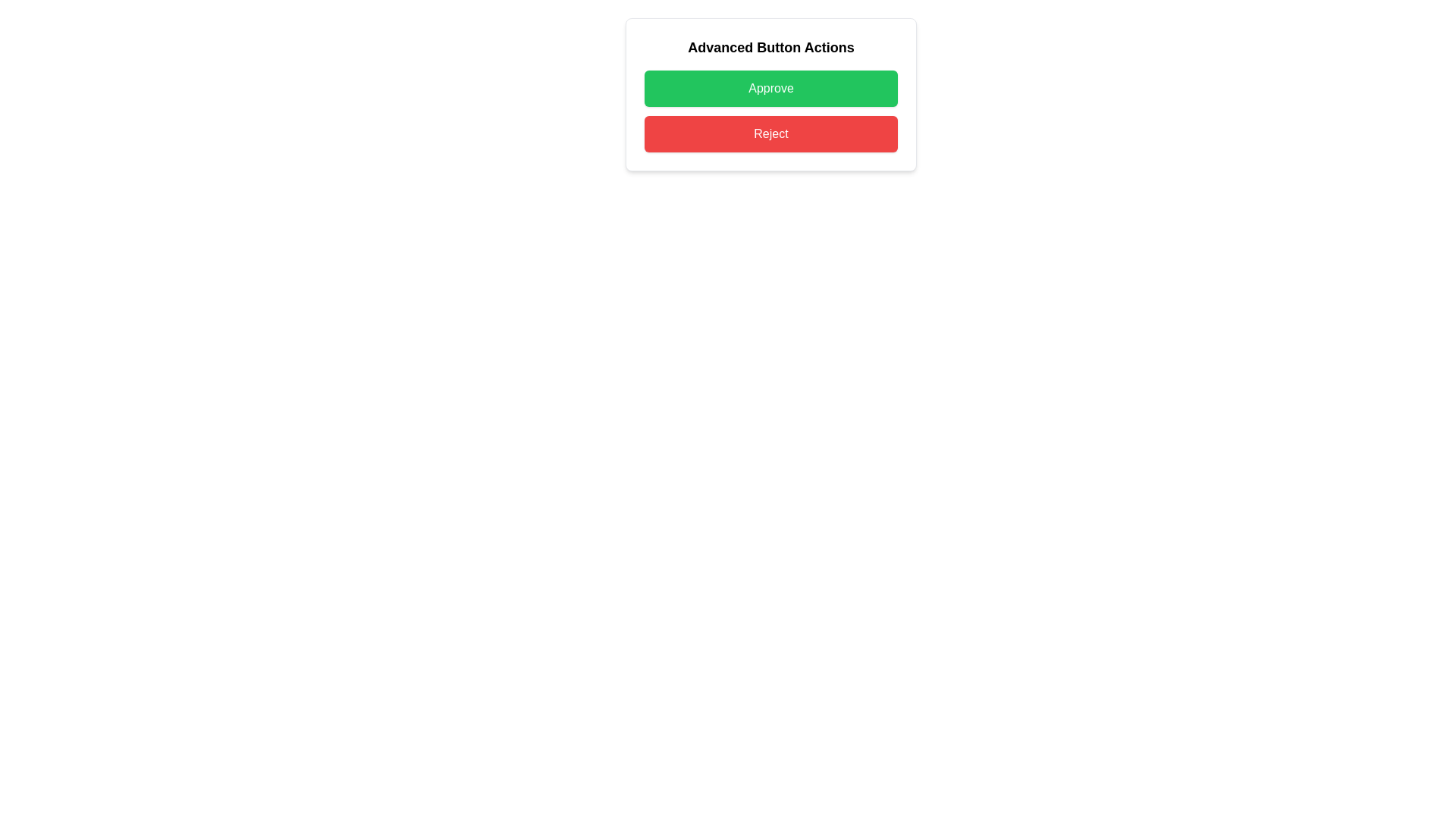  What do you see at coordinates (771, 133) in the screenshot?
I see `the rejection button located directly below the 'Approve' button` at bounding box center [771, 133].